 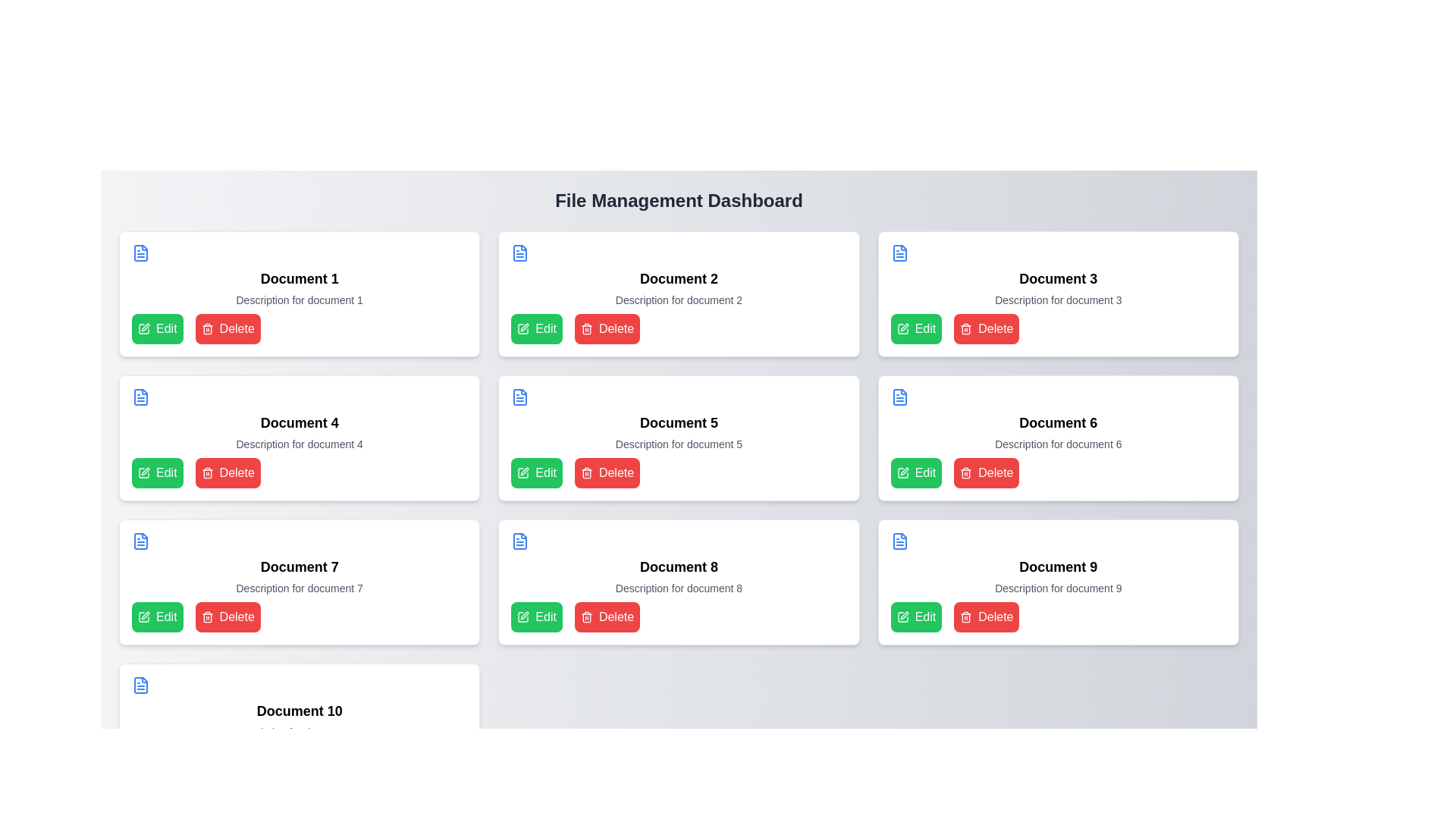 I want to click on the non-interactive text element labeled 'Description for document 1' located below the 'Document 1' title in the first document card of the file management dashboard, so click(x=300, y=300).